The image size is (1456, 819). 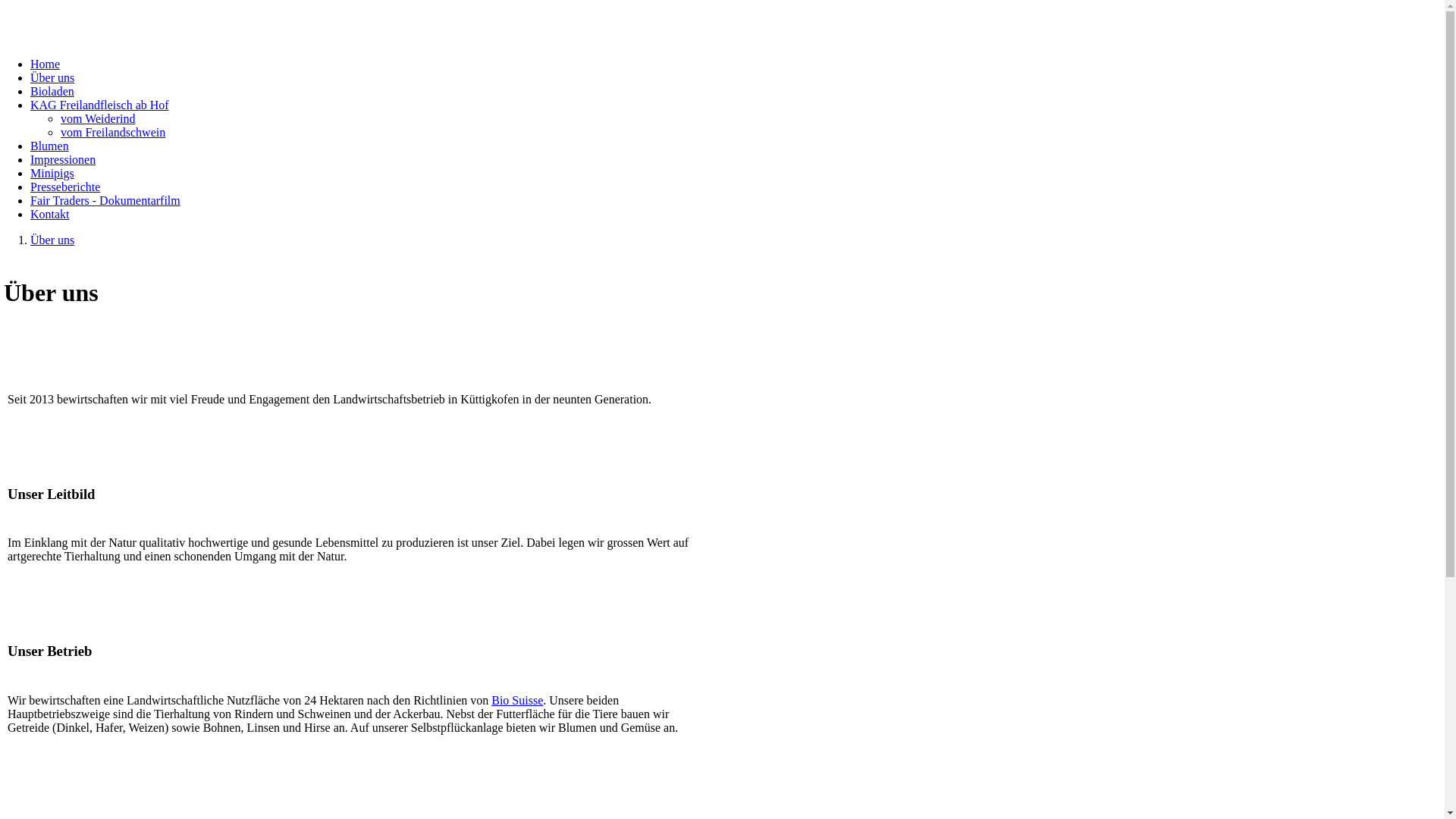 What do you see at coordinates (111, 131) in the screenshot?
I see `'vom Freilandschwein'` at bounding box center [111, 131].